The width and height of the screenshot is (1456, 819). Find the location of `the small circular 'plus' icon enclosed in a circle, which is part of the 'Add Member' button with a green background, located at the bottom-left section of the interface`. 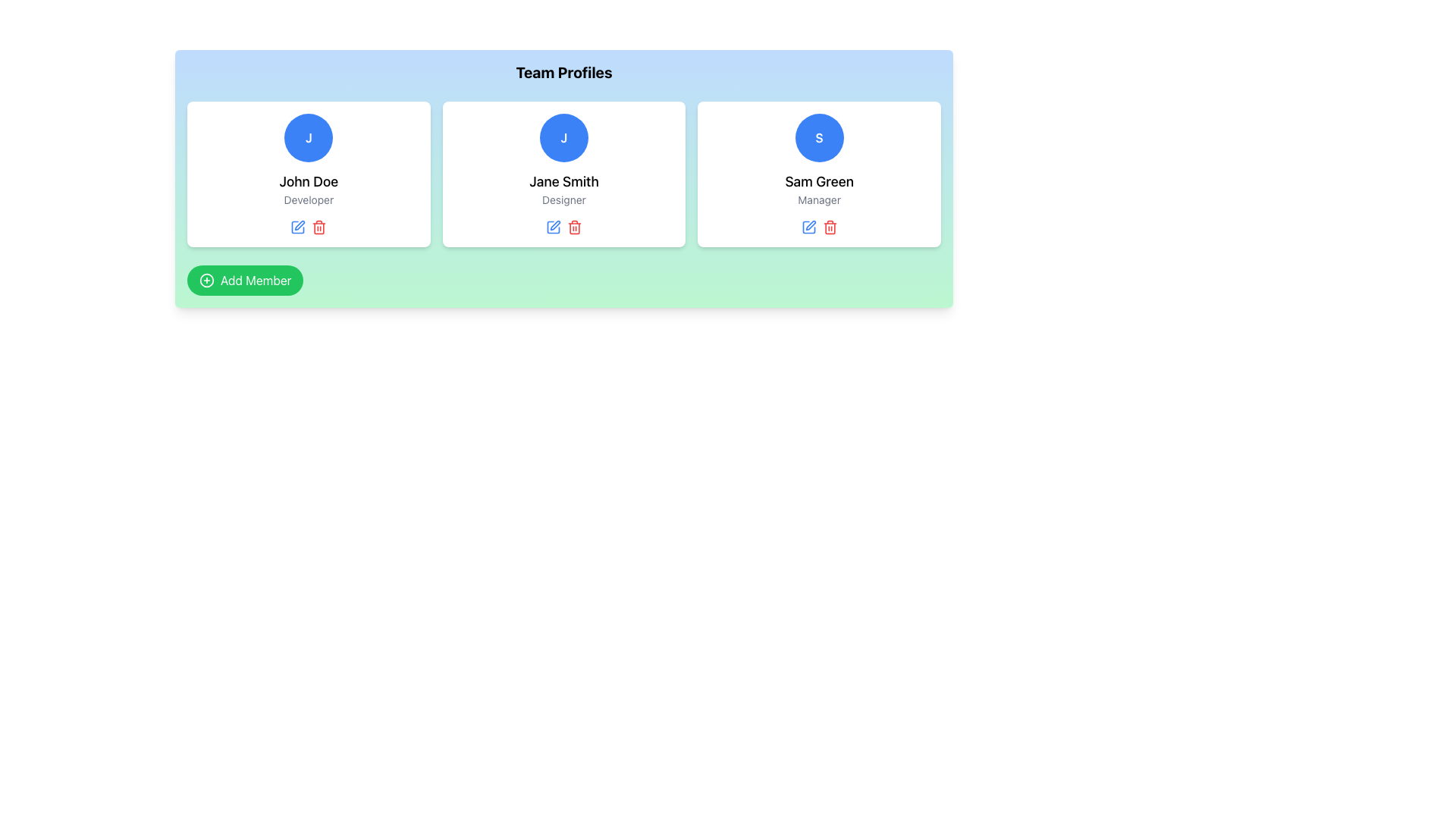

the small circular 'plus' icon enclosed in a circle, which is part of the 'Add Member' button with a green background, located at the bottom-left section of the interface is located at coordinates (206, 281).